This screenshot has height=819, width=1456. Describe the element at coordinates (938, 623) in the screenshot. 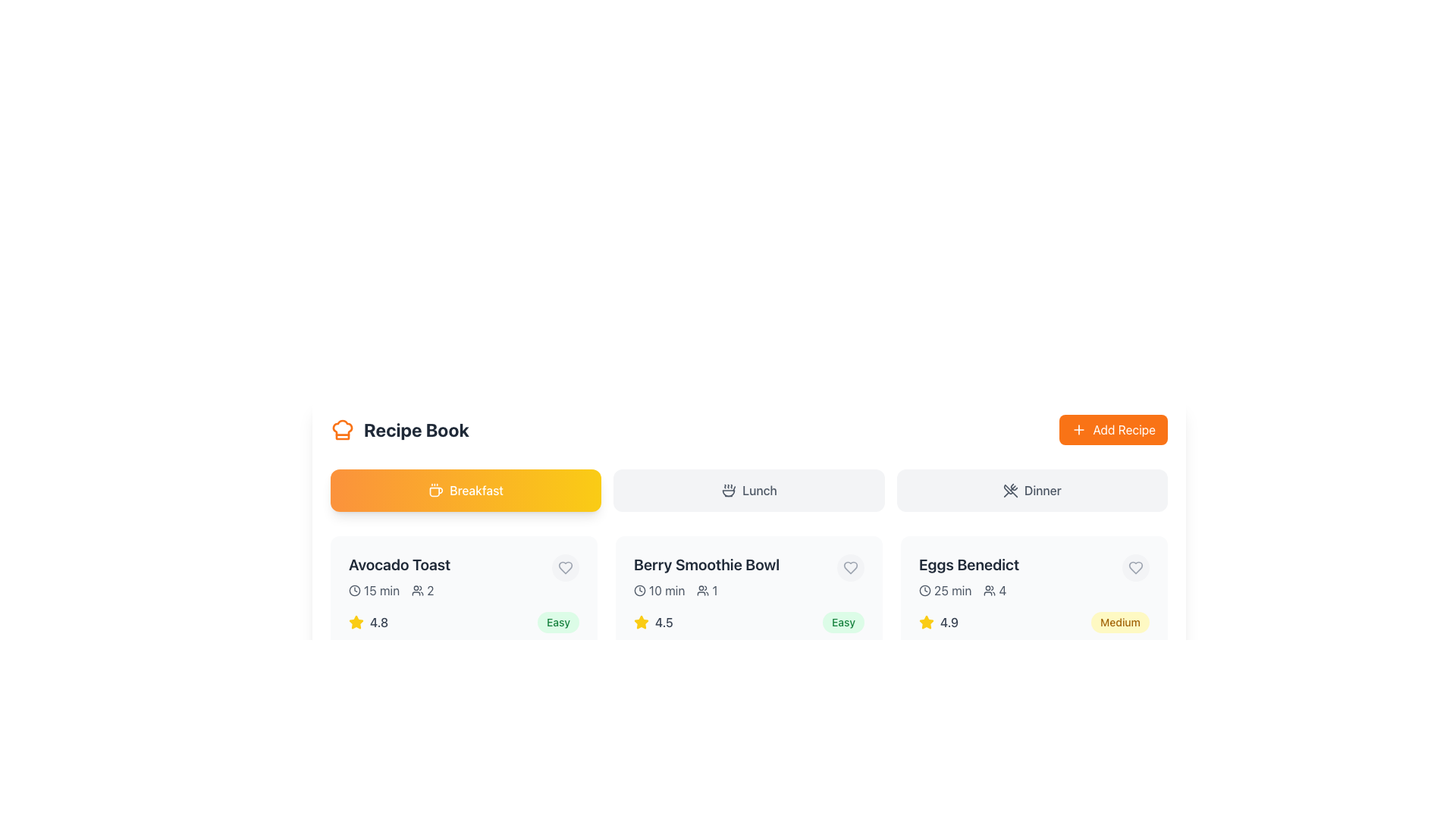

I see `the rating display element showing a yellow star icon and the numeric value '4.9' for 'Eggs Benedict' in the third card` at that location.